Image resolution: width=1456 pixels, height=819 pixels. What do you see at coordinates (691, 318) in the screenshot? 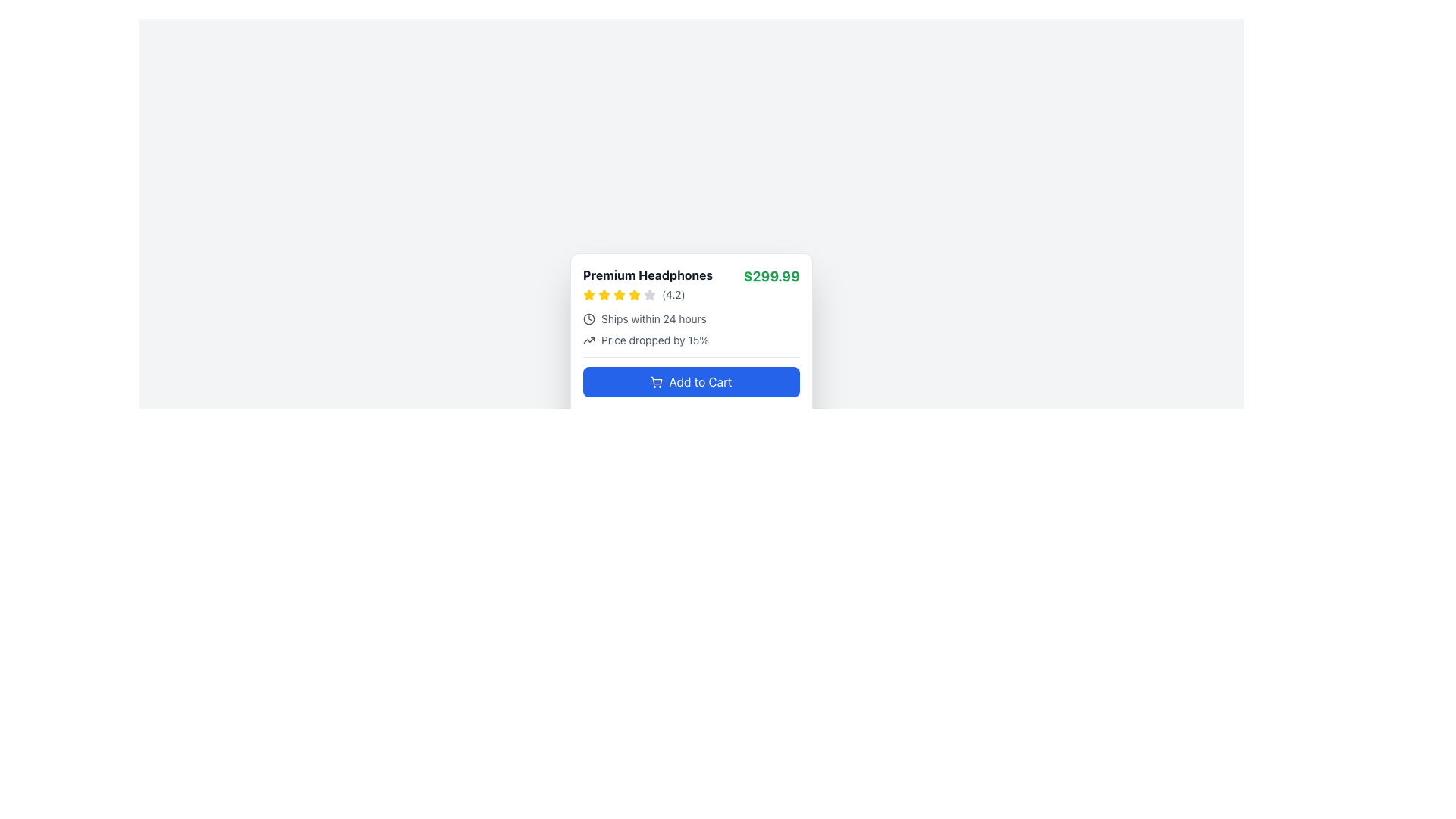
I see `the informational text 'Ships within 24 hours' with the accompanying clock icon to potentially reveal additional details or a tooltip` at bounding box center [691, 318].